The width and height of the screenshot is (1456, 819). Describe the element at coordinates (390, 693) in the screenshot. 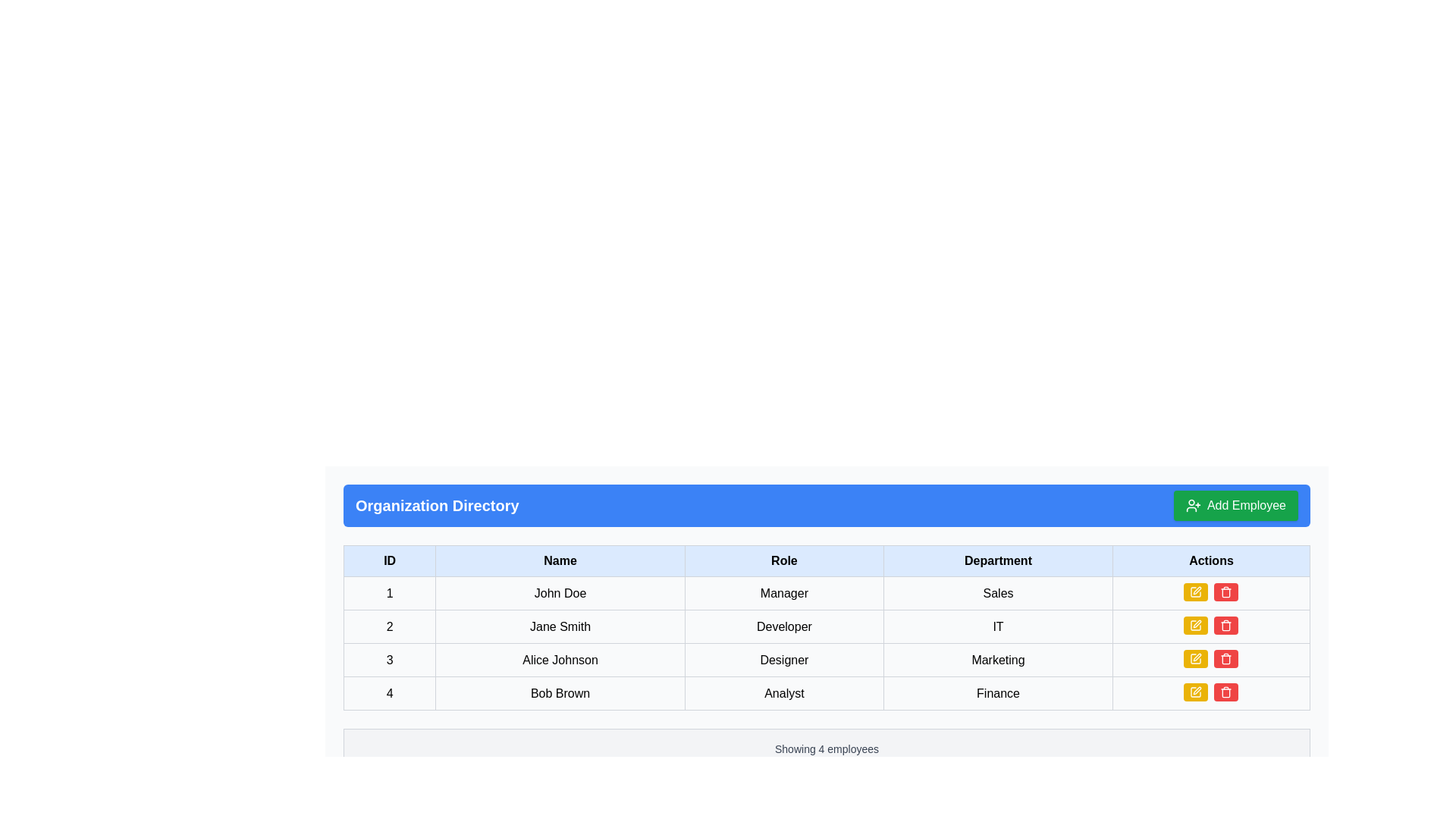

I see `the table cell displaying the employee identification number in the last row under the 'ID' column, which is adjacent to the cell containing 'Bob Brown'` at that location.